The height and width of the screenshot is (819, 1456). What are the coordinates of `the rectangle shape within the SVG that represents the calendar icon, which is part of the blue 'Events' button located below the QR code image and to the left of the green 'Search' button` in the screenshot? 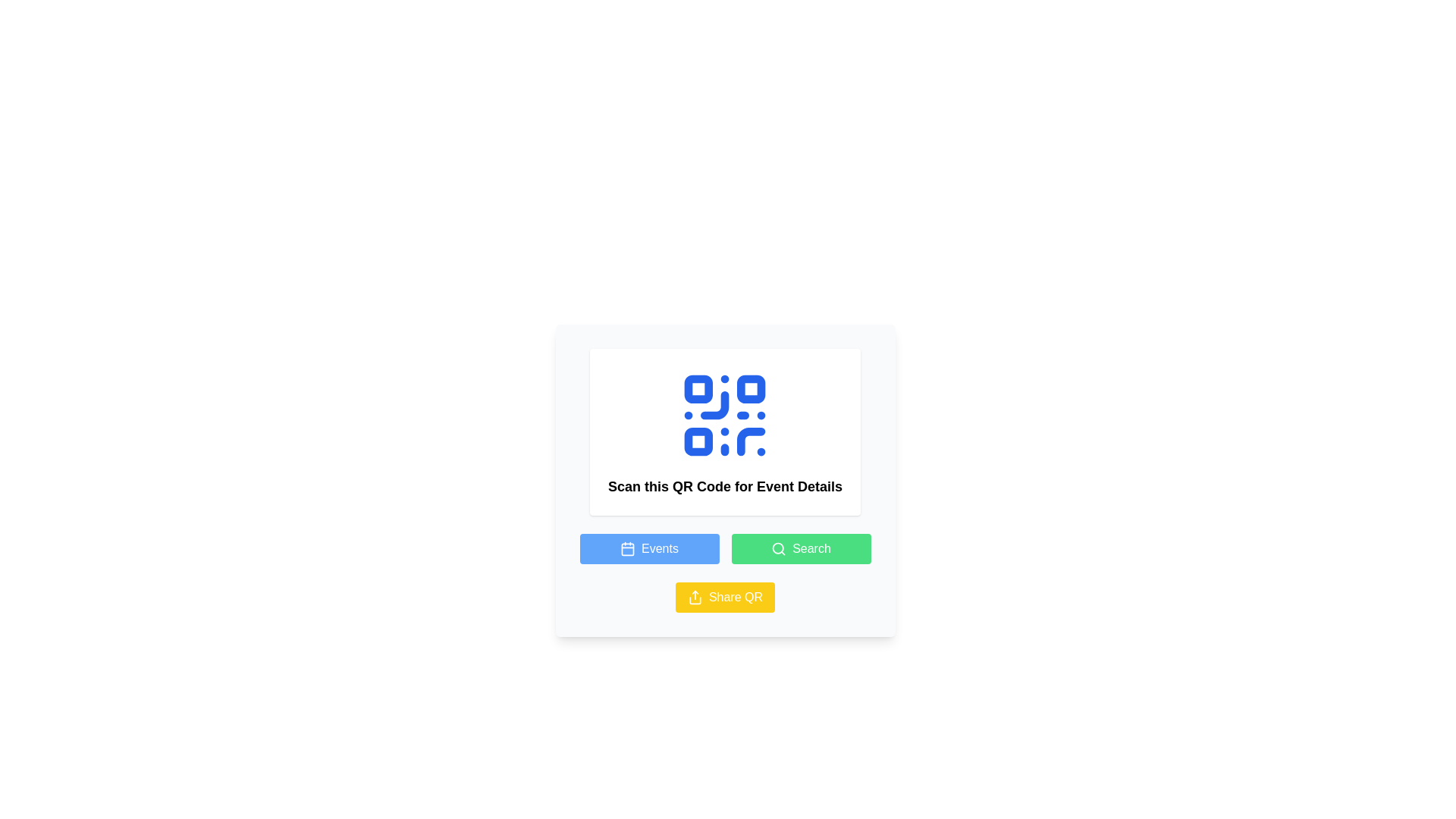 It's located at (628, 549).